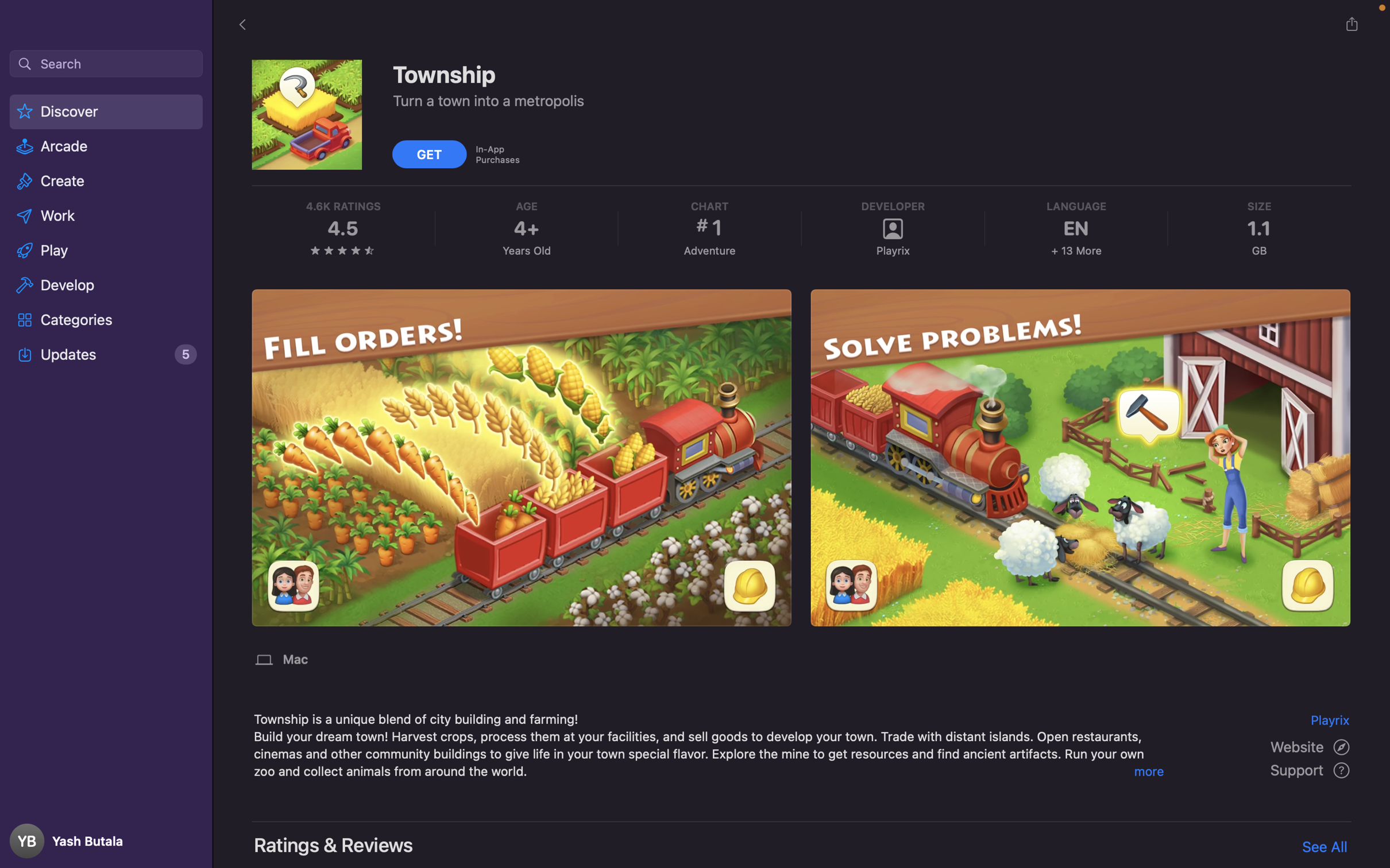  Describe the element at coordinates (1311, 770) in the screenshot. I see `Move to the "Support" button and then click on "Contact Us" to send a message to customer service` at that location.